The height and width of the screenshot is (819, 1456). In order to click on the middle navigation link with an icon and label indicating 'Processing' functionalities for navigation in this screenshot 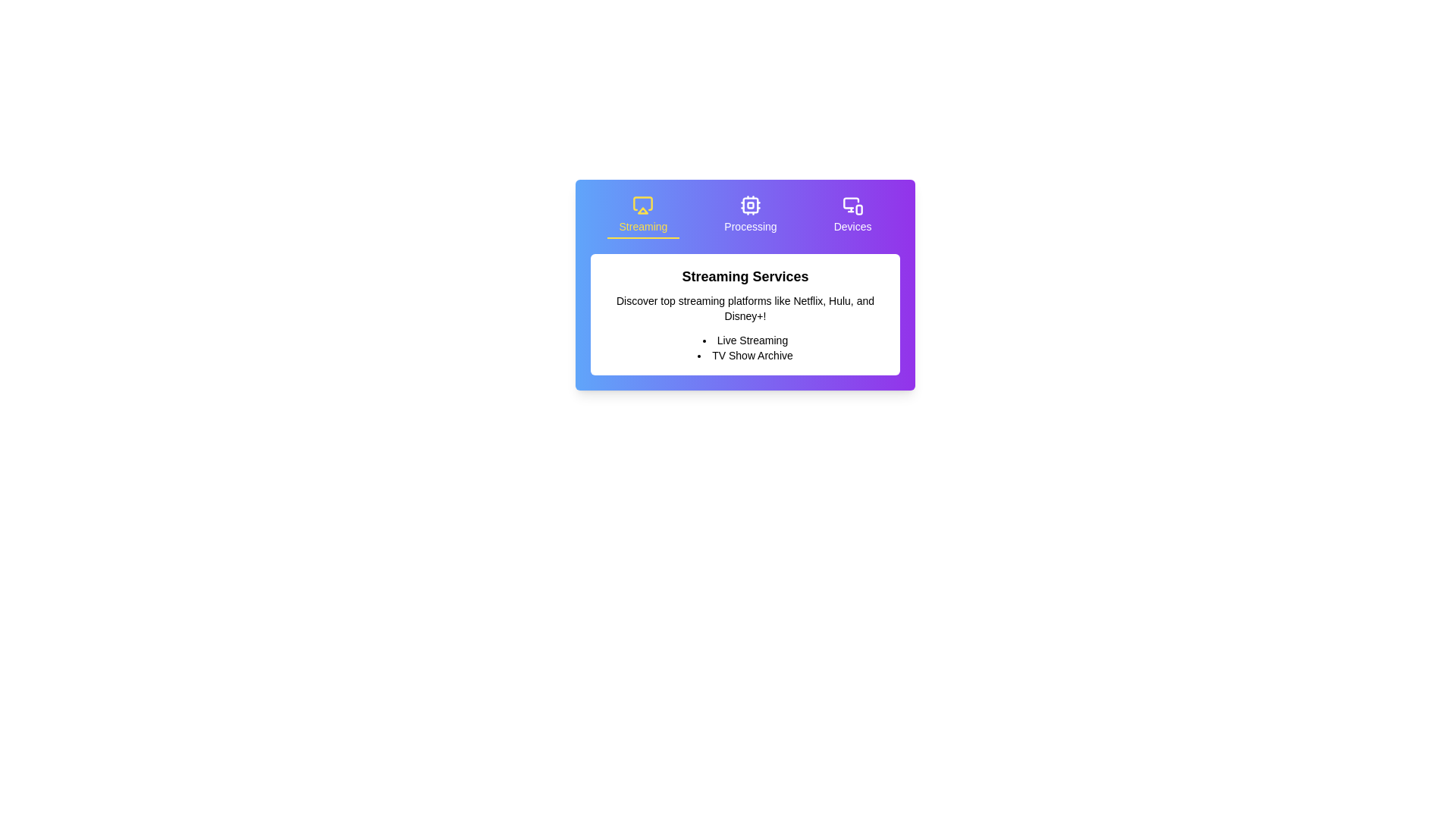, I will do `click(750, 214)`.